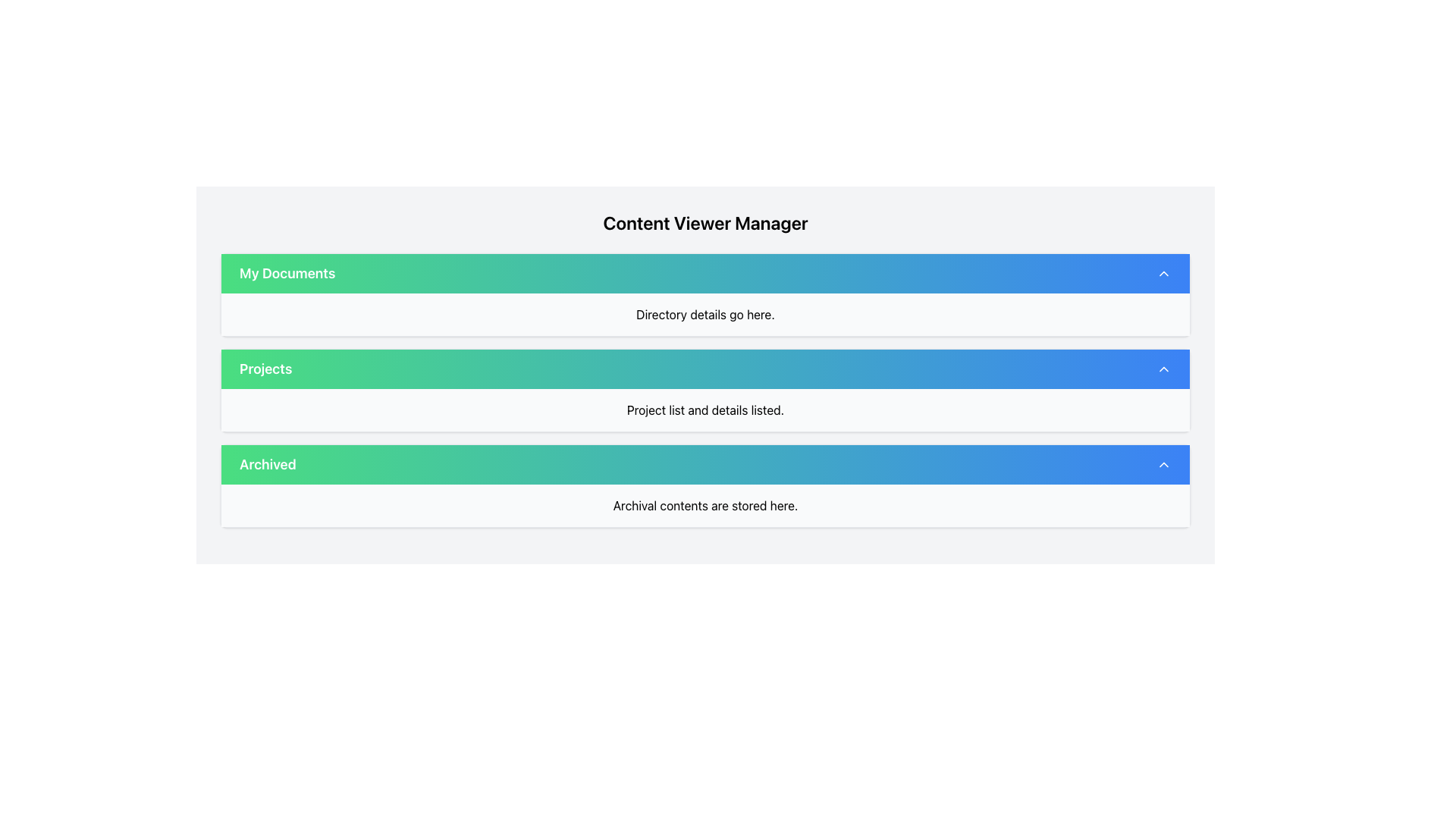 This screenshot has height=819, width=1456. I want to click on the text label 'Content Viewer Manager' which is displayed in a large, bold font at the top of the panel with a light gray background, so click(704, 222).